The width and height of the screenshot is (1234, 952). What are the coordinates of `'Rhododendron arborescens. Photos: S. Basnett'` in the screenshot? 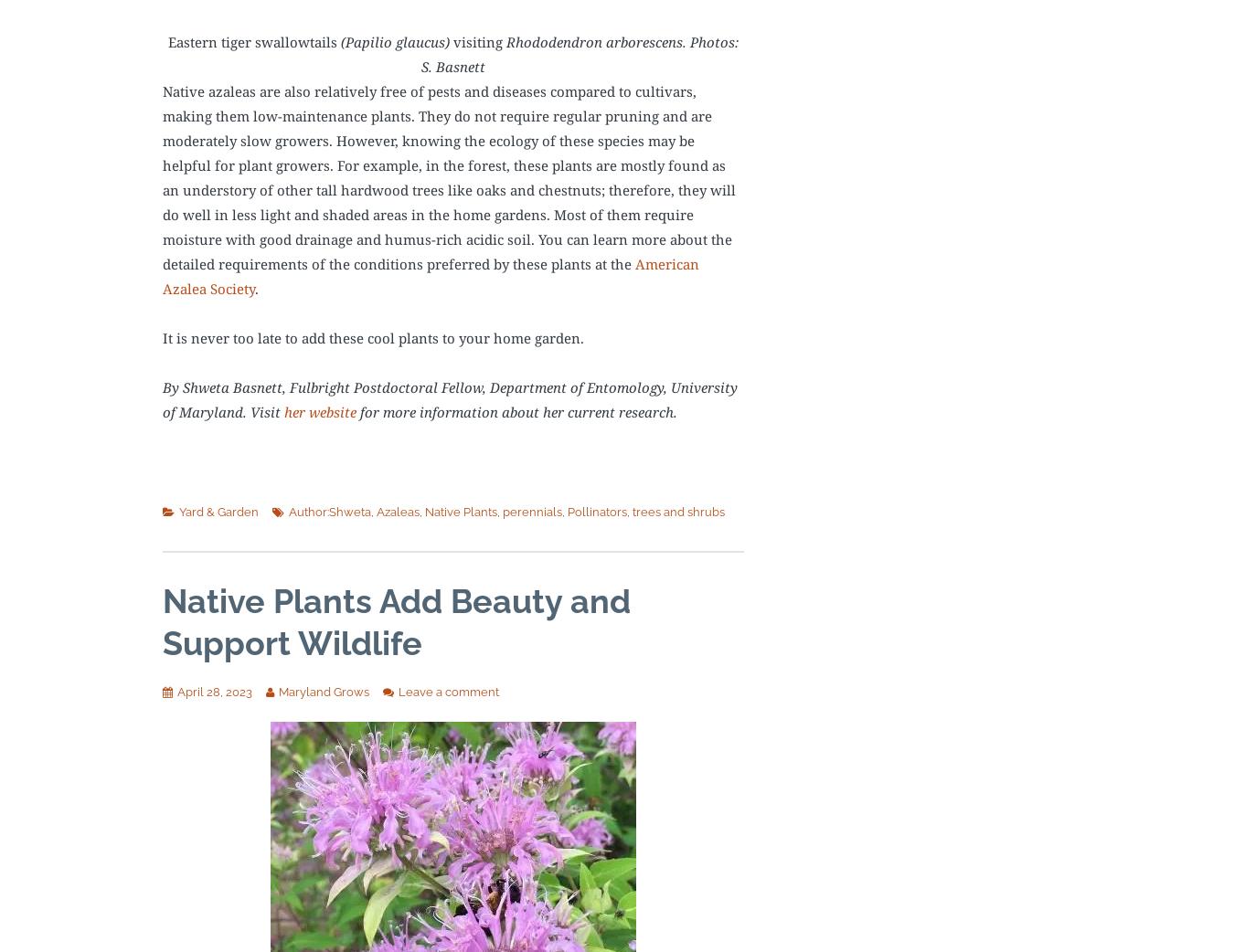 It's located at (579, 53).